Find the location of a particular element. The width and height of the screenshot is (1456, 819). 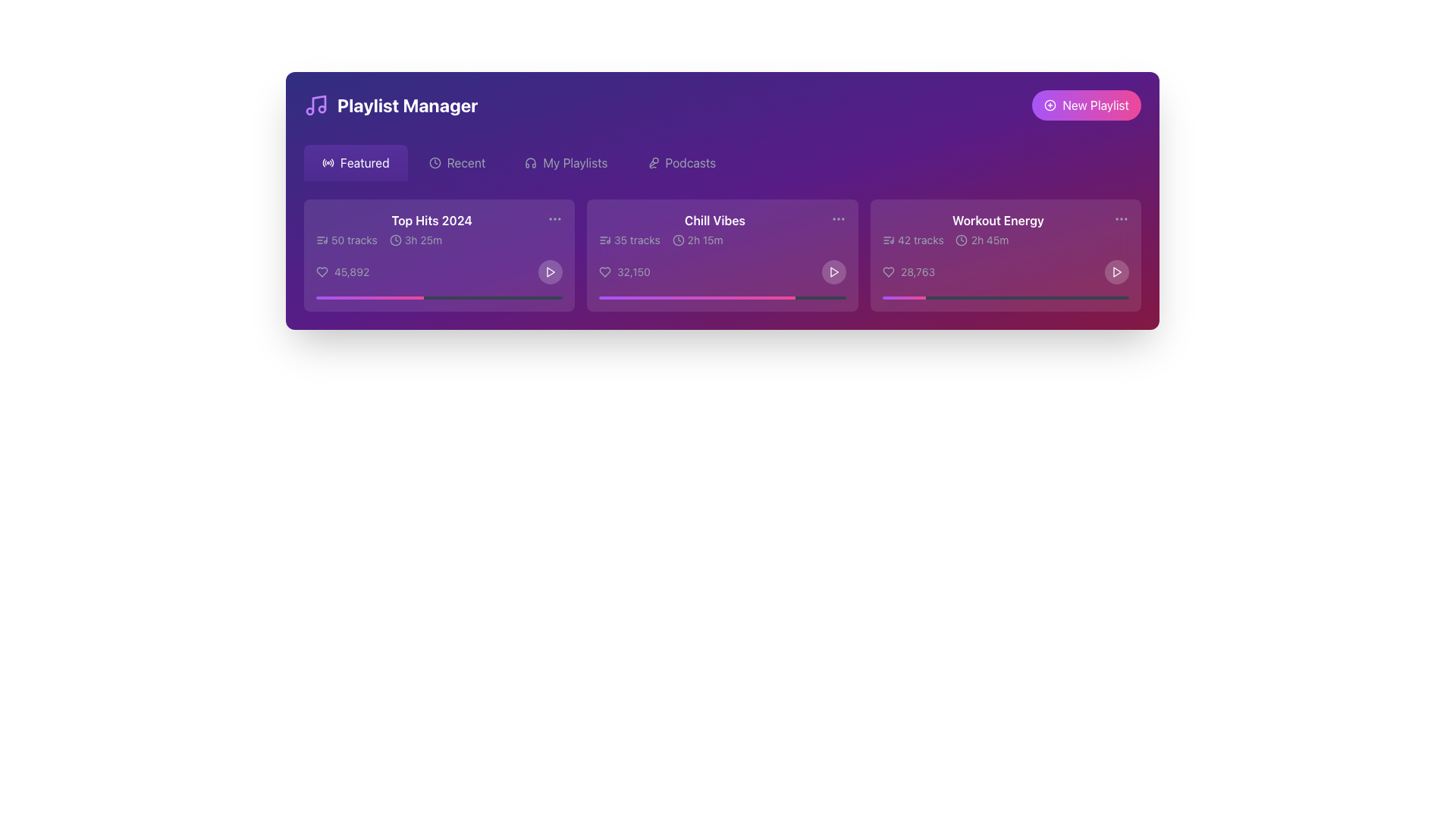

the 'Workout Energy' text label, which is displayed in bold white font at the top of the rightmost card in a series of cards, styled with a purple gradient background is located at coordinates (998, 220).